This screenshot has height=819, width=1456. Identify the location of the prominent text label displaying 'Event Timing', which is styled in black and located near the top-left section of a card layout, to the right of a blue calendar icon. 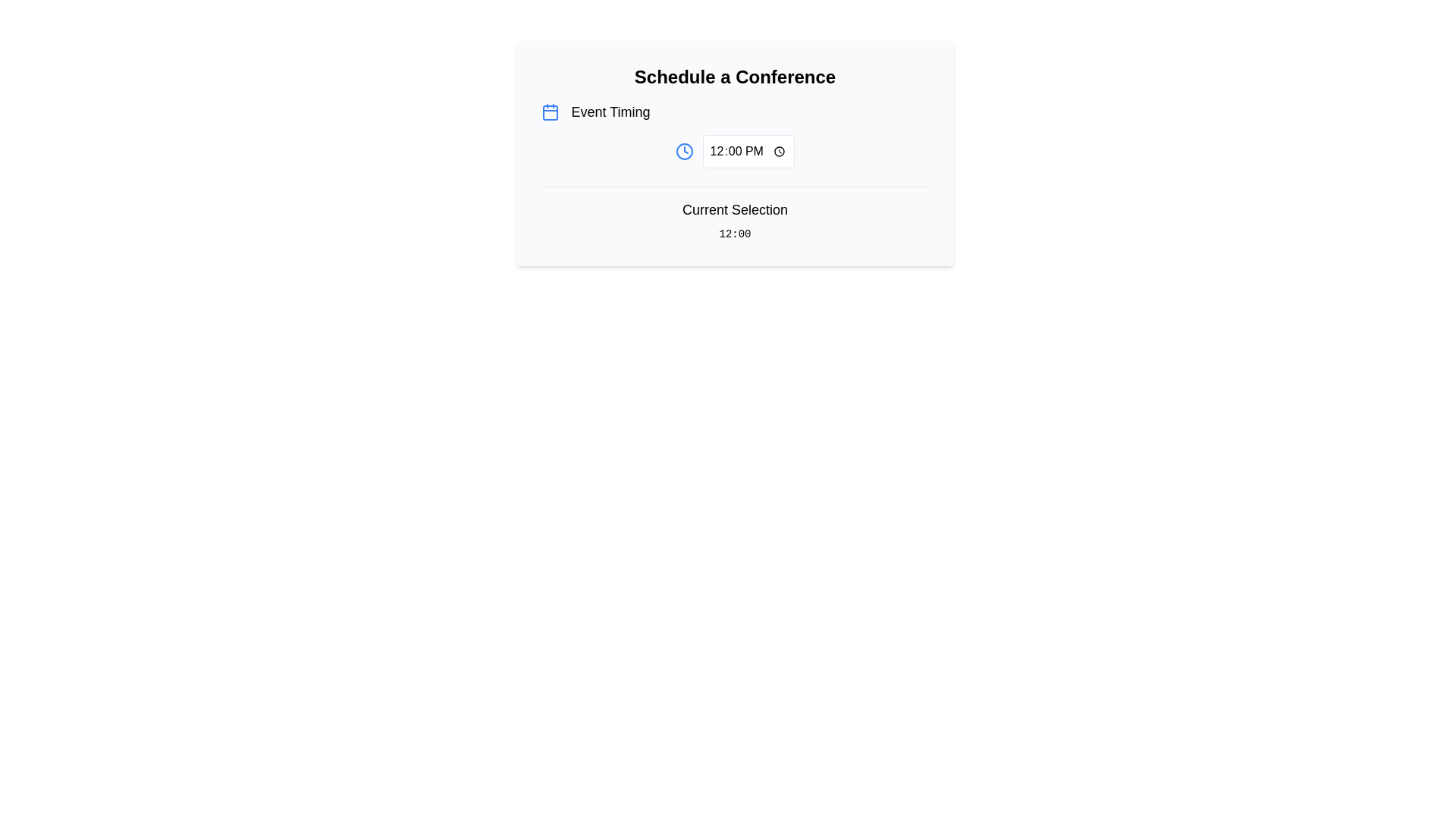
(610, 111).